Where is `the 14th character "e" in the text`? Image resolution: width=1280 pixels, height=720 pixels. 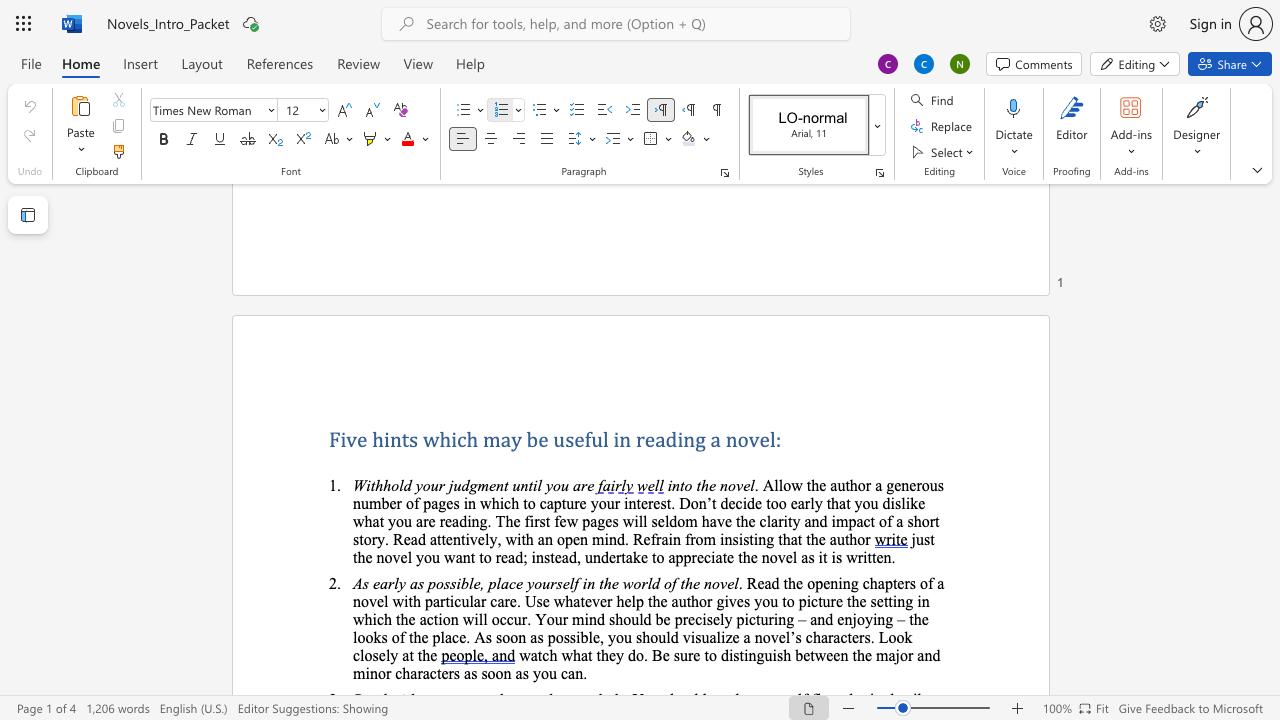 the 14th character "e" in the text is located at coordinates (862, 600).